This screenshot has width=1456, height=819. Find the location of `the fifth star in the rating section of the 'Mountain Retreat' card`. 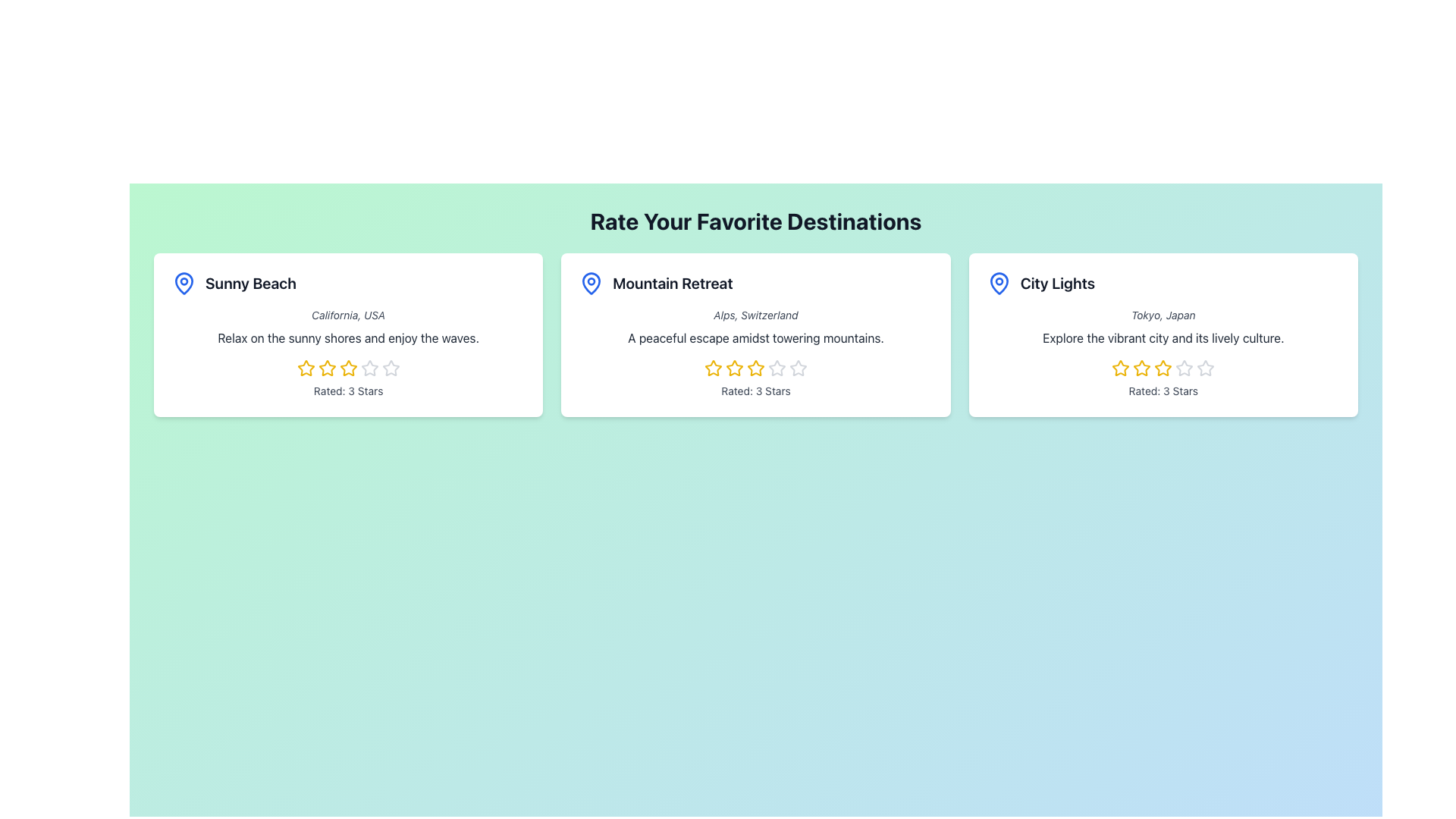

the fifth star in the rating section of the 'Mountain Retreat' card is located at coordinates (797, 369).